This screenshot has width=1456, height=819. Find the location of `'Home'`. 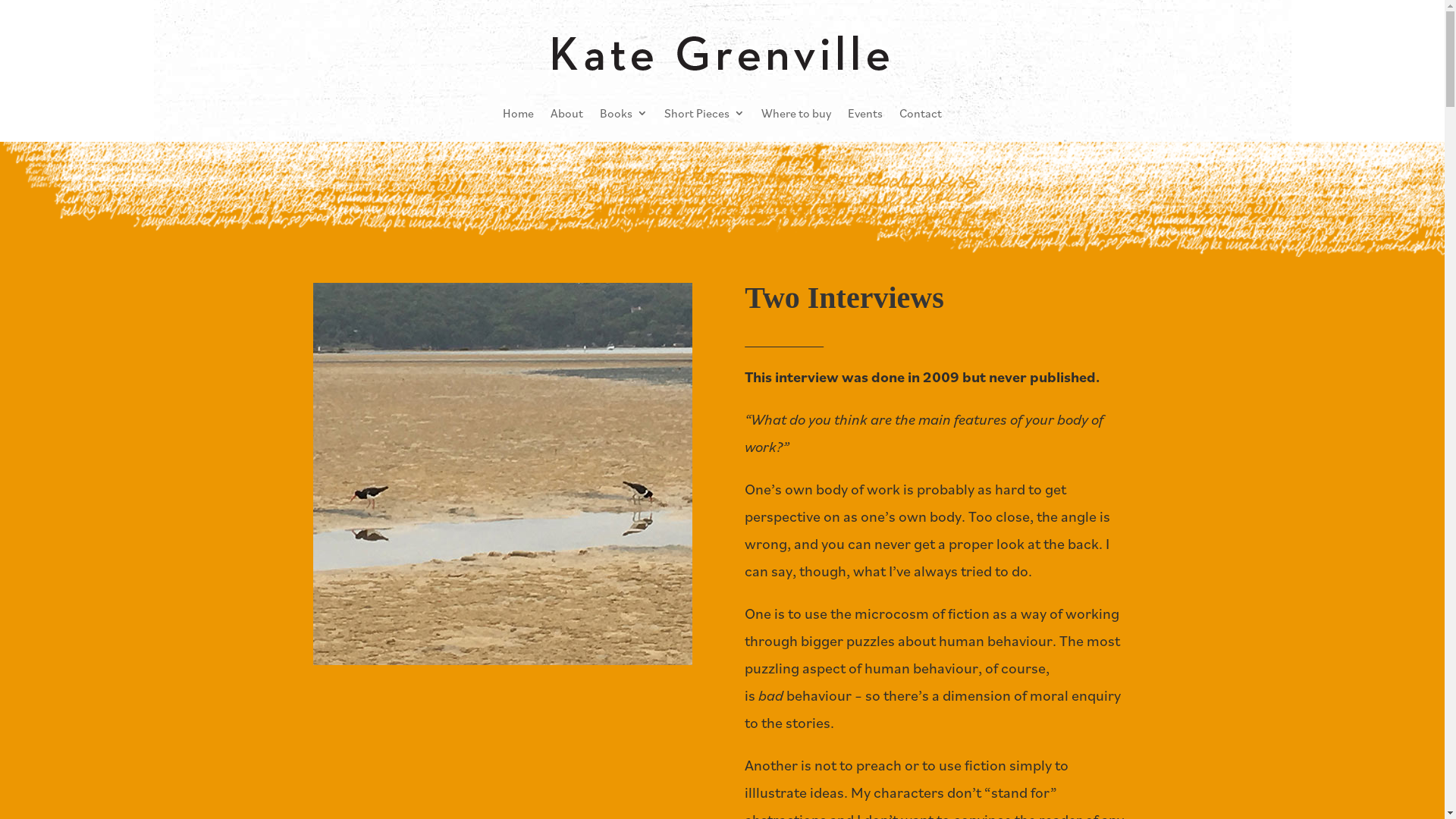

'Home' is located at coordinates (518, 112).